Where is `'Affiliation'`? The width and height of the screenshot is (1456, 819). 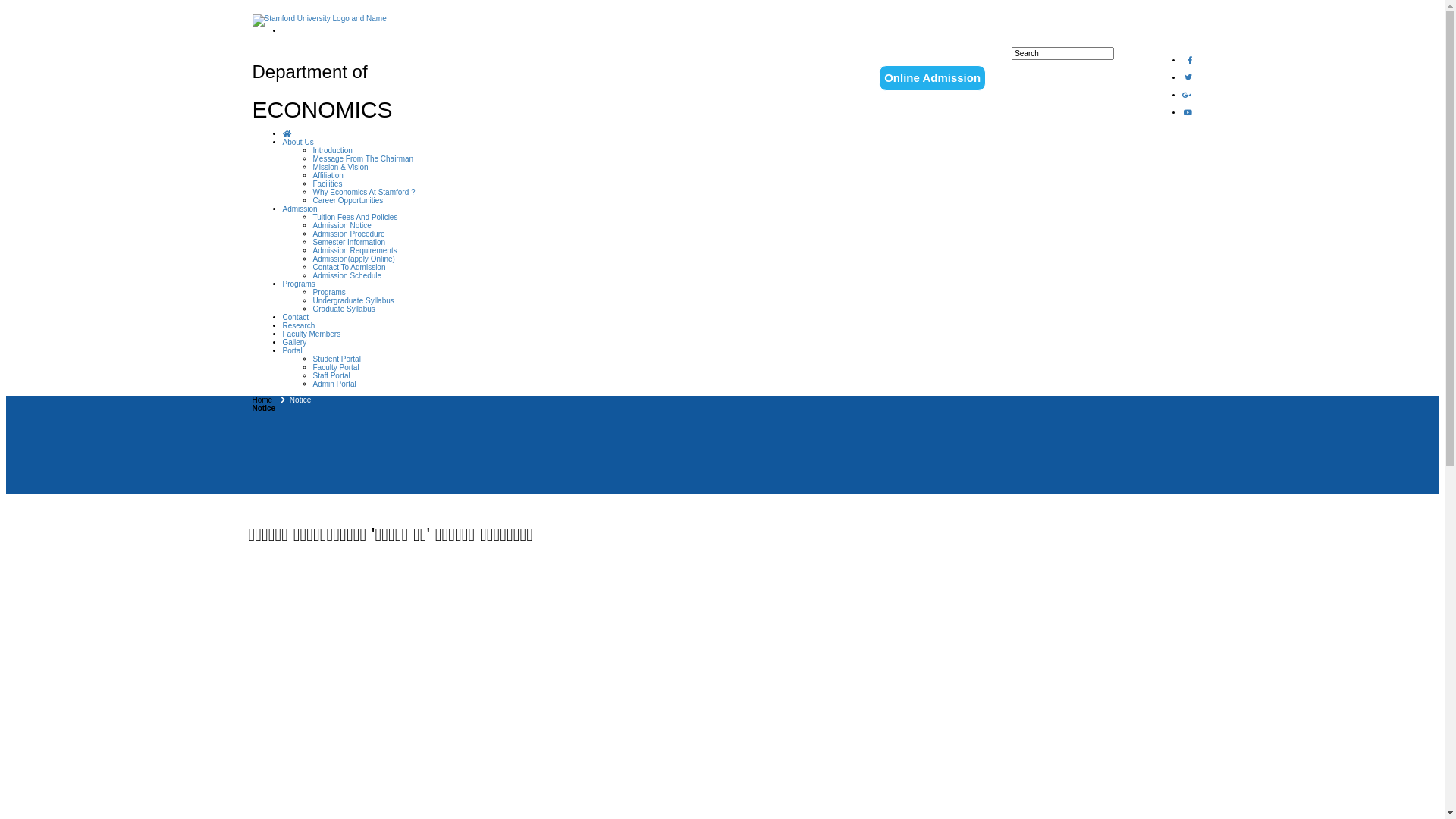
'Affiliation' is located at coordinates (327, 174).